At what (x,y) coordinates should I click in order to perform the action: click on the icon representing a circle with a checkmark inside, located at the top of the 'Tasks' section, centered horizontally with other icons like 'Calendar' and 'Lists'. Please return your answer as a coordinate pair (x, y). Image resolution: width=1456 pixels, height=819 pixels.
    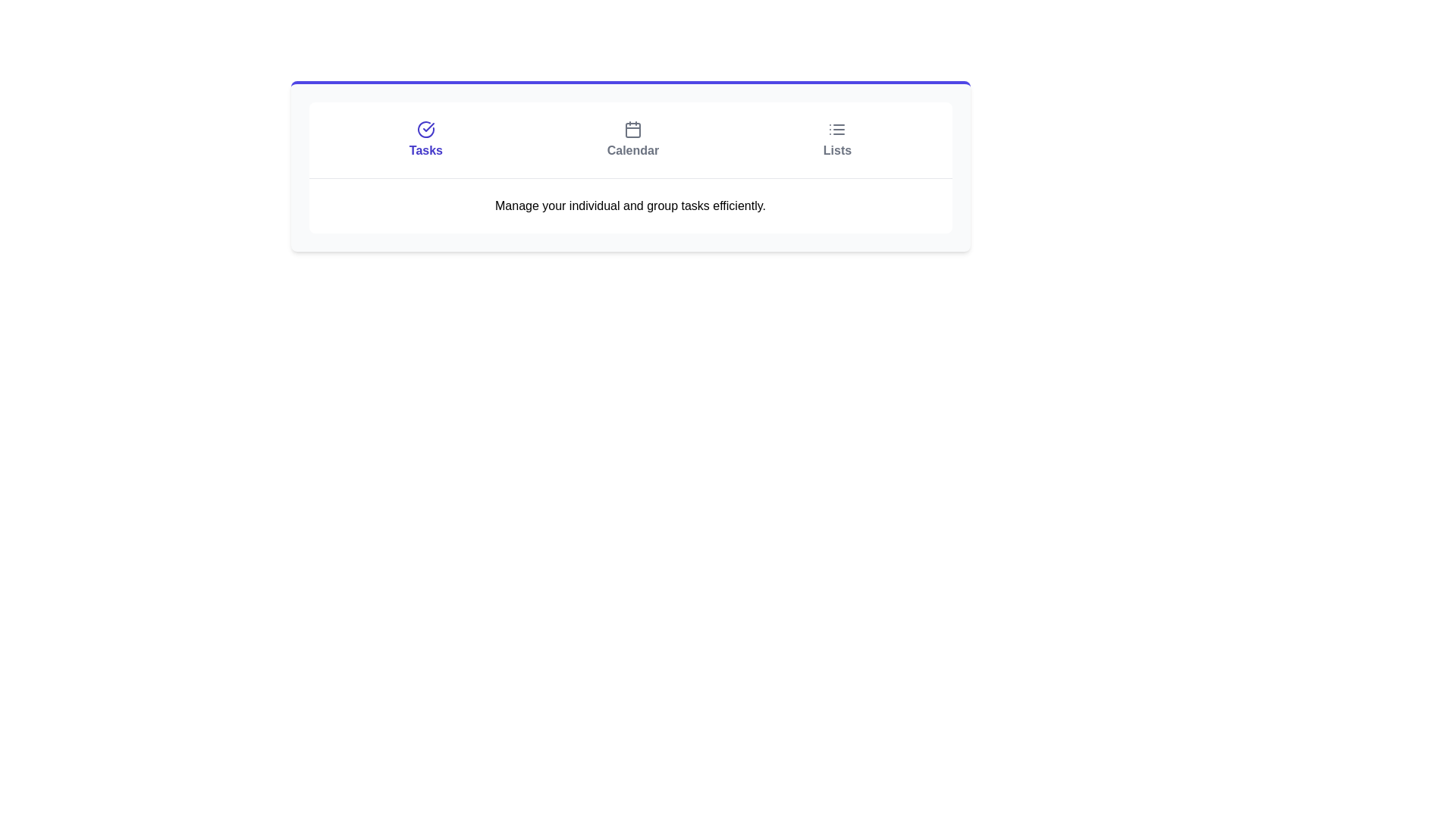
    Looking at the image, I should click on (425, 128).